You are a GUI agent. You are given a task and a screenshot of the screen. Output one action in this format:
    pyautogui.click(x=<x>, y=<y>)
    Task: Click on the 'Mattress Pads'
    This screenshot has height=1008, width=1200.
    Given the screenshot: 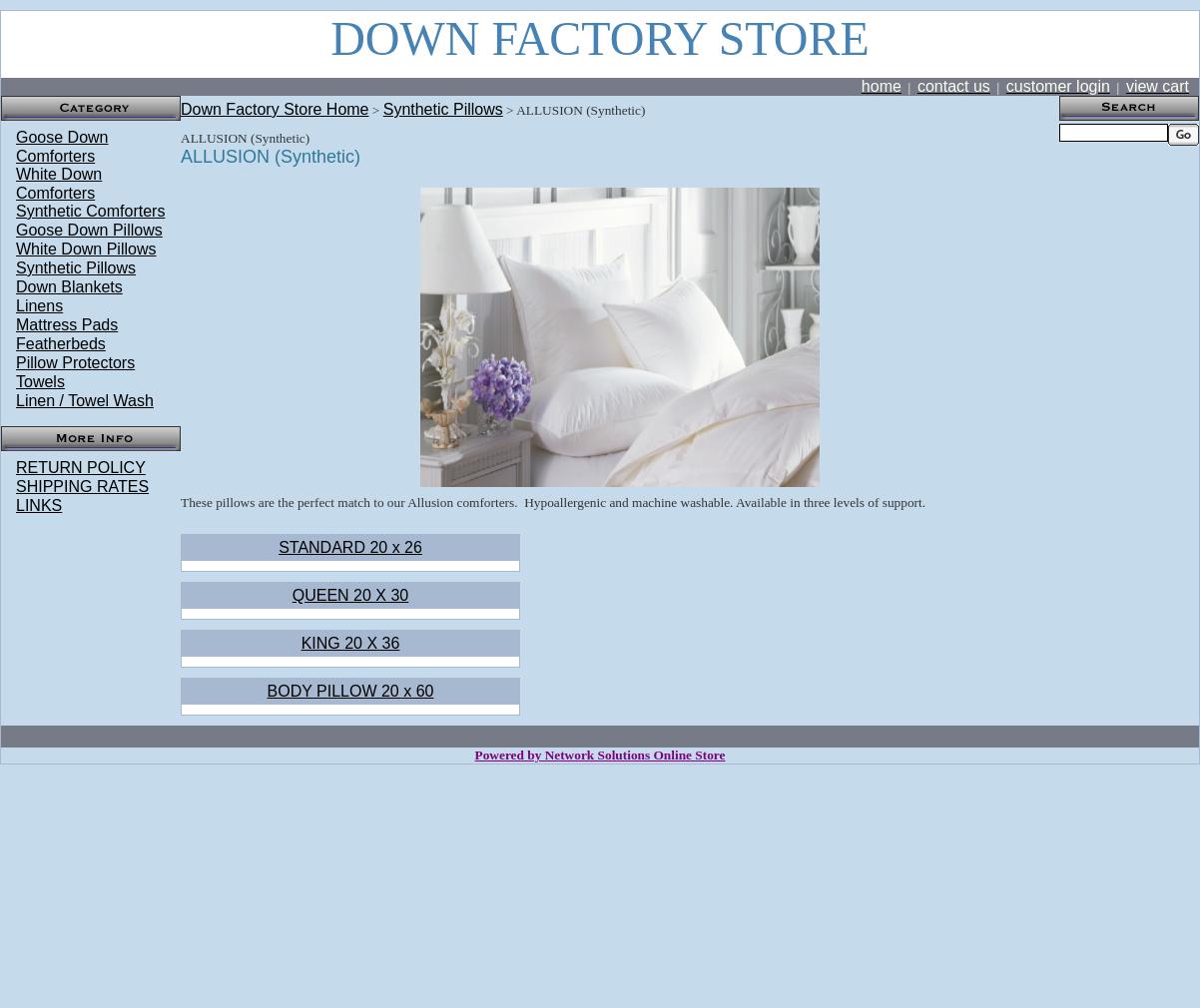 What is the action you would take?
    pyautogui.click(x=66, y=324)
    